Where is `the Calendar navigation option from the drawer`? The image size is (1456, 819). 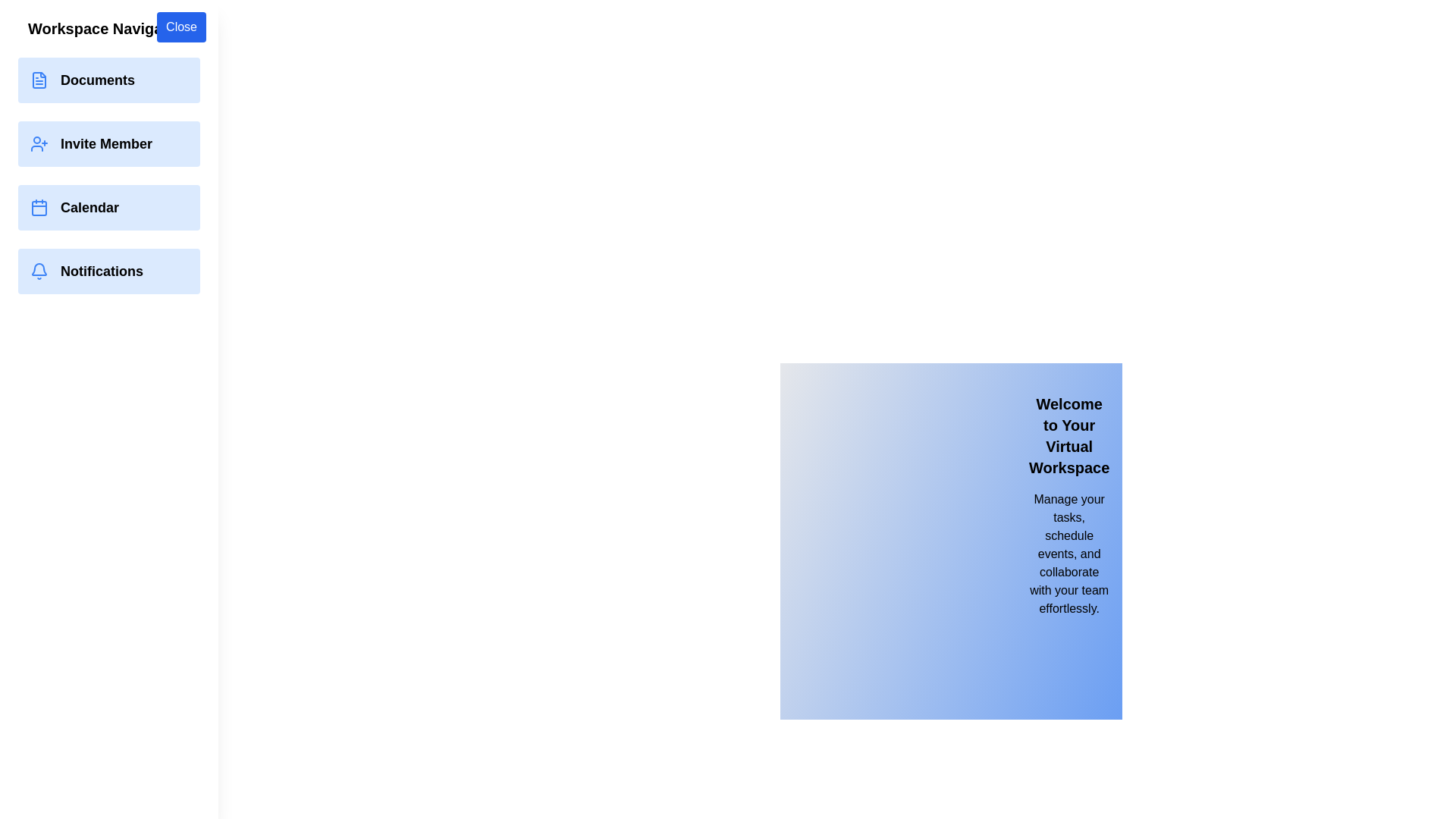
the Calendar navigation option from the drawer is located at coordinates (108, 207).